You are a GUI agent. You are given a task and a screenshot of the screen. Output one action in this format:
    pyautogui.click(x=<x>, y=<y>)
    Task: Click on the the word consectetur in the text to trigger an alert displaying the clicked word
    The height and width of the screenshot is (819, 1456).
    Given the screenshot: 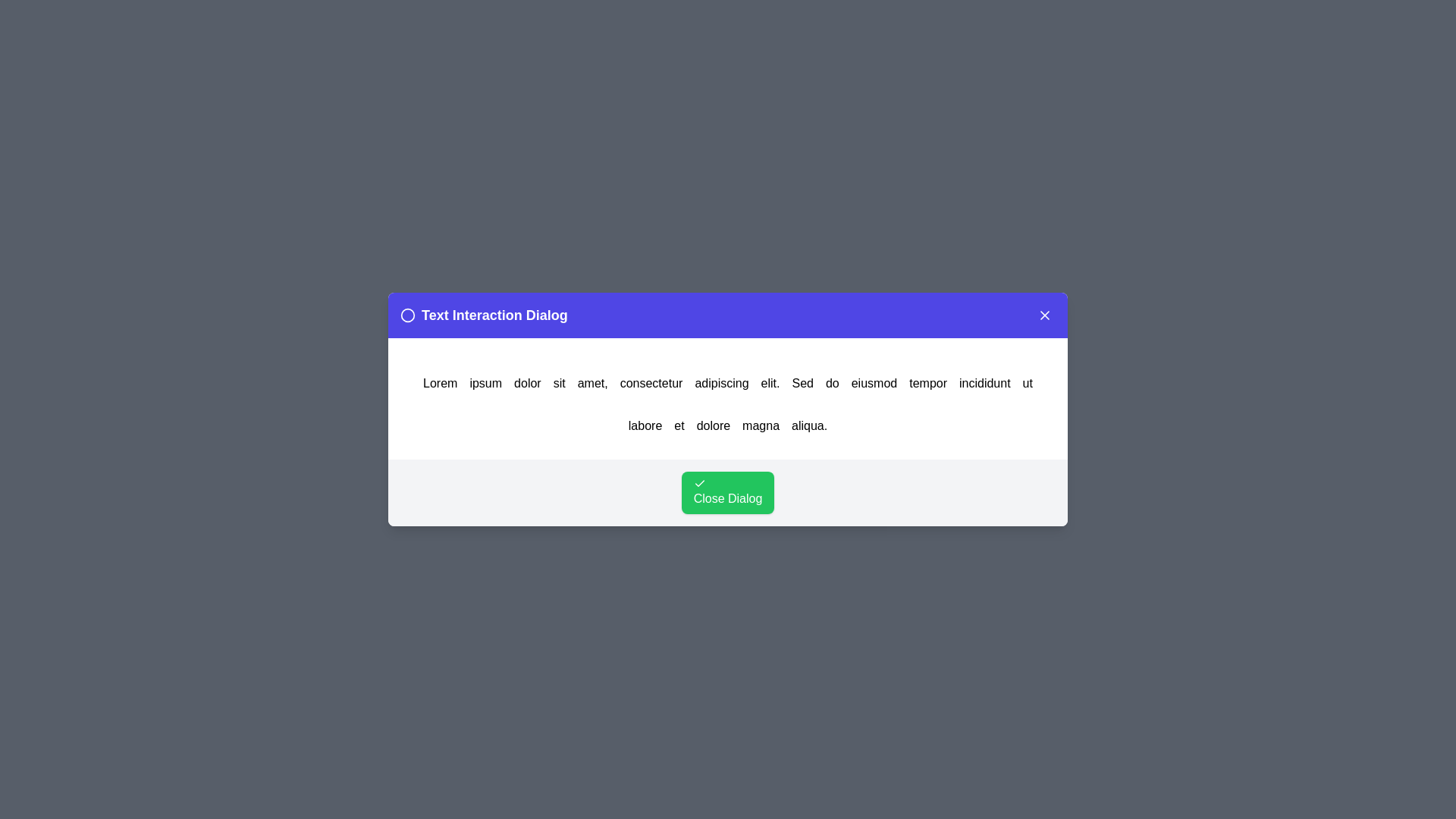 What is the action you would take?
    pyautogui.click(x=651, y=382)
    